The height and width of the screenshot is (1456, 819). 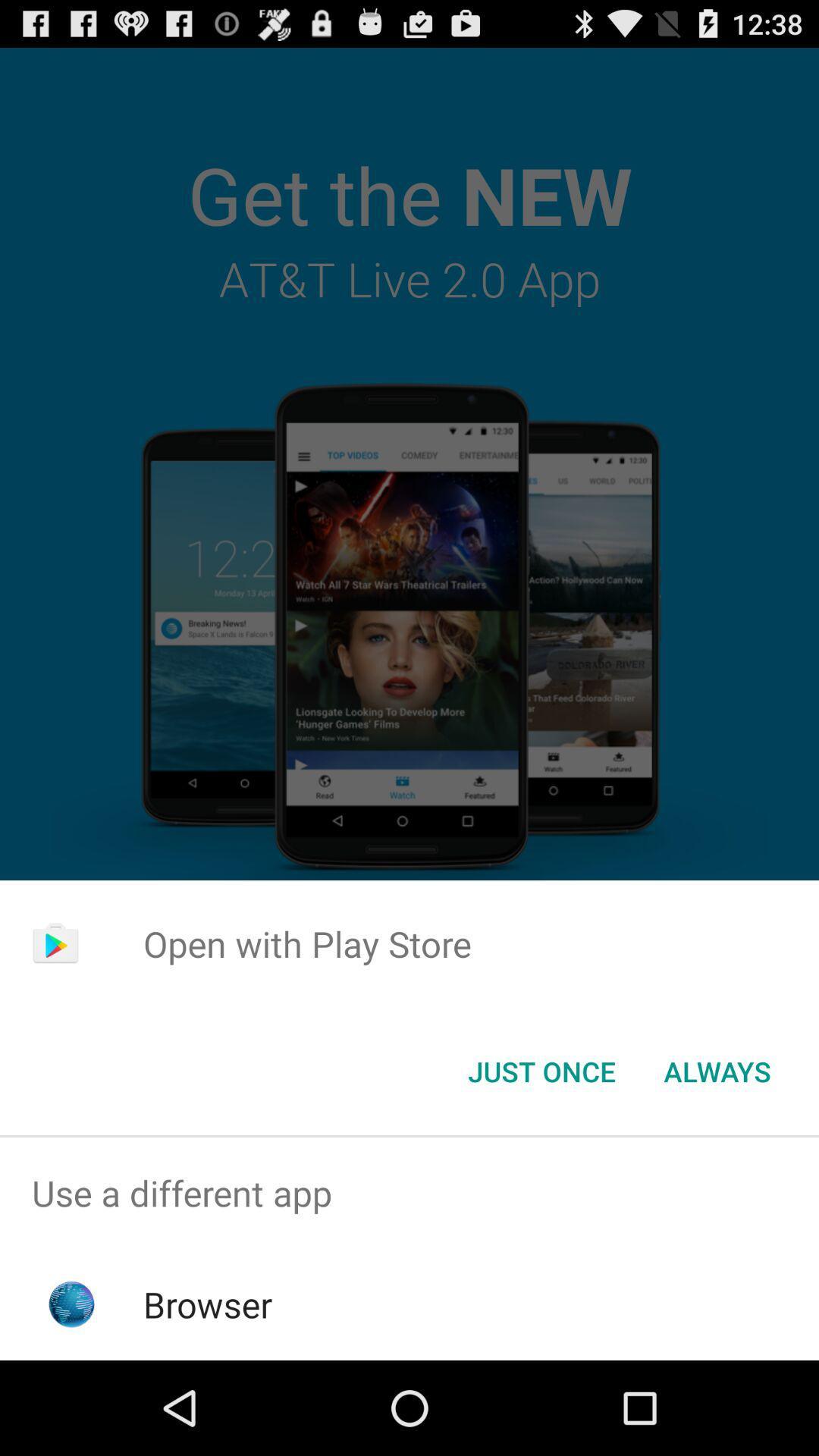 I want to click on the item next to always item, so click(x=541, y=1070).